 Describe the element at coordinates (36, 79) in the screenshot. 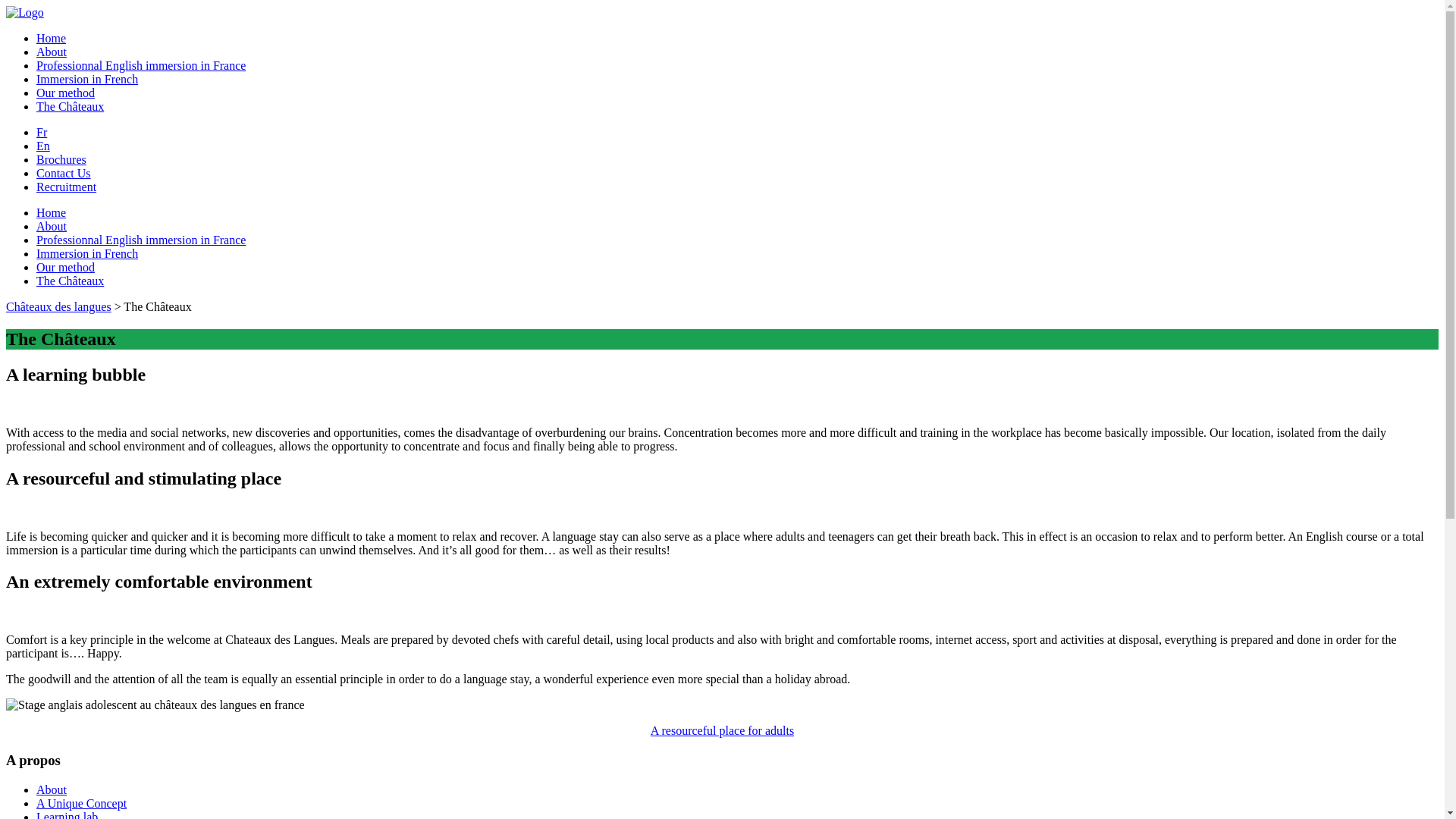

I see `'Immersion in French'` at that location.